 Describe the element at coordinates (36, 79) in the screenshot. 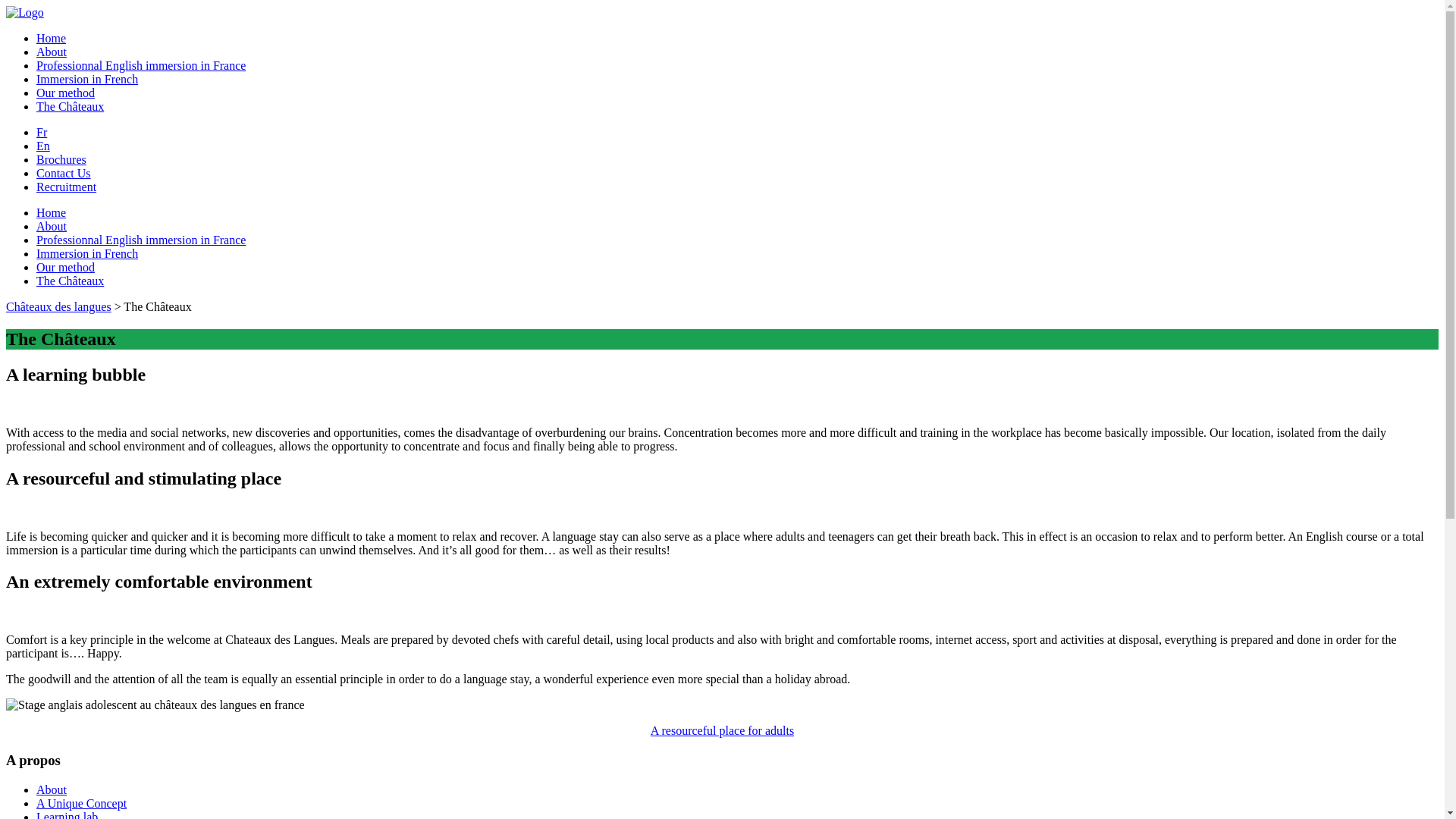

I see `'Immersion in French'` at that location.